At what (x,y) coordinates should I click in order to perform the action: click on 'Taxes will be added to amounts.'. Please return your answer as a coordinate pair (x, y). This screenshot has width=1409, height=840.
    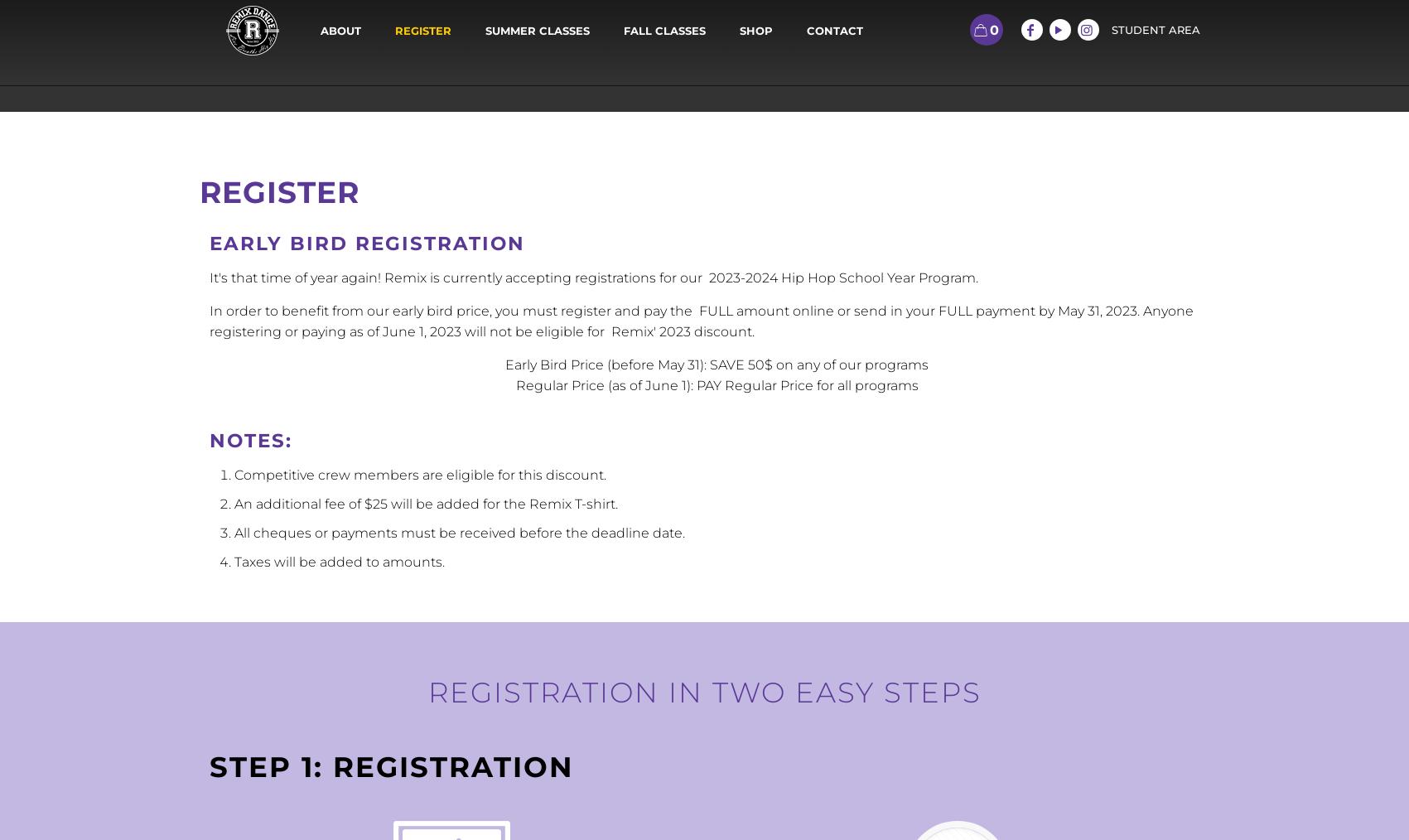
    Looking at the image, I should click on (337, 561).